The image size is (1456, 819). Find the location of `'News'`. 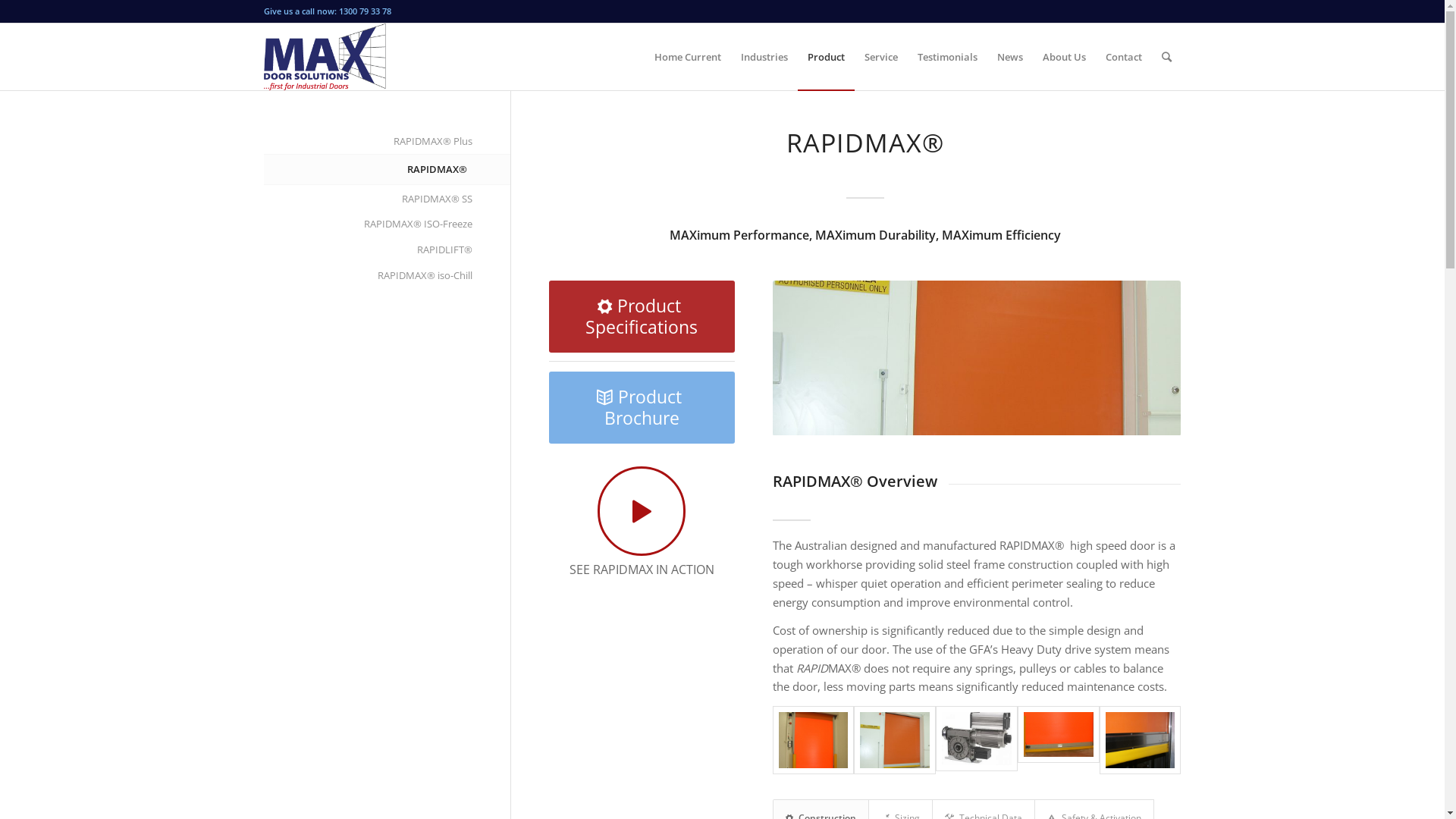

'News' is located at coordinates (1009, 55).